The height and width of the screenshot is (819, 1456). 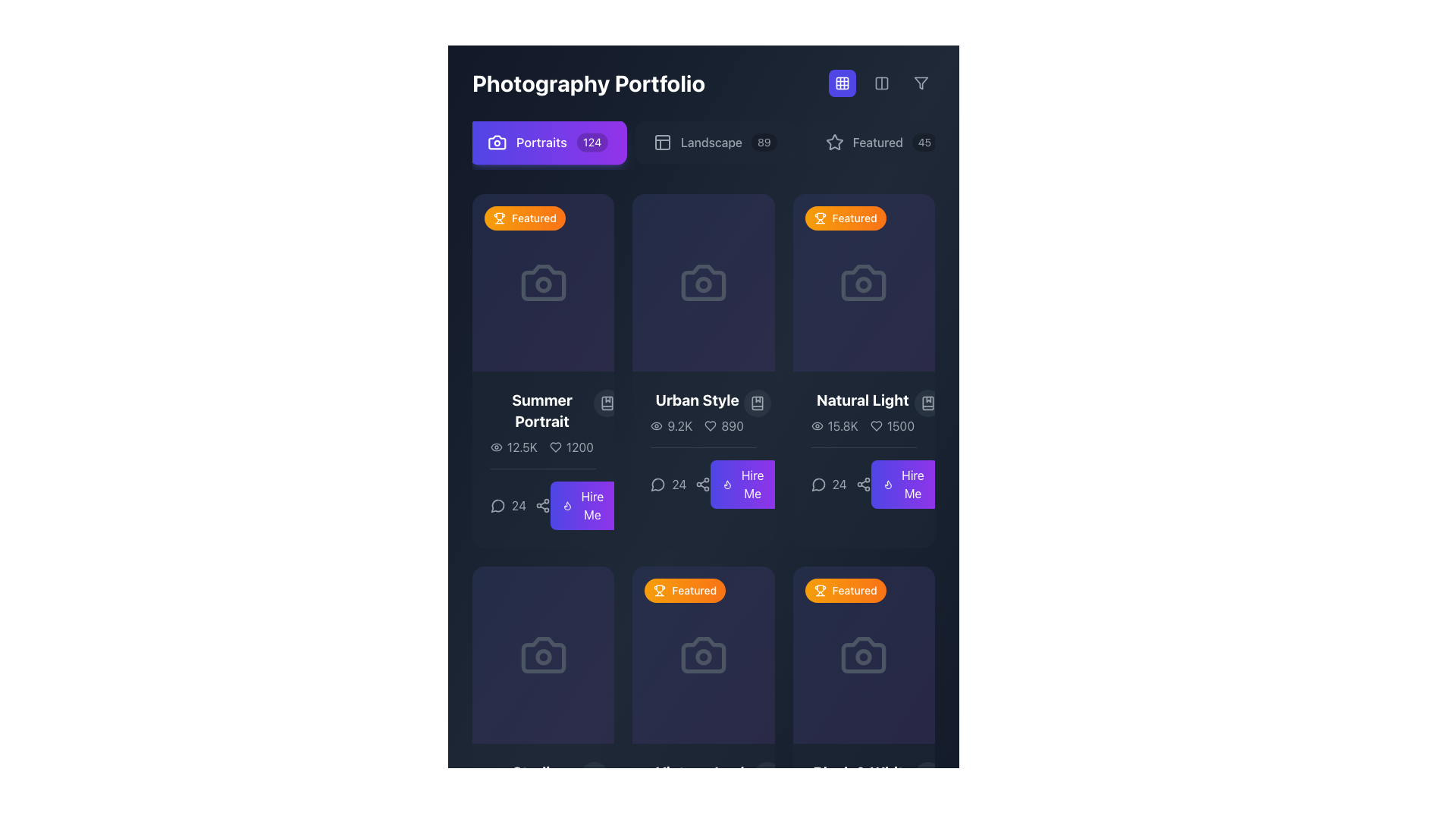 I want to click on the 'Hire Me' button located at the bottom of the 'Urban Style' portfolio card, which features bold text and a gradient background, so click(x=591, y=506).